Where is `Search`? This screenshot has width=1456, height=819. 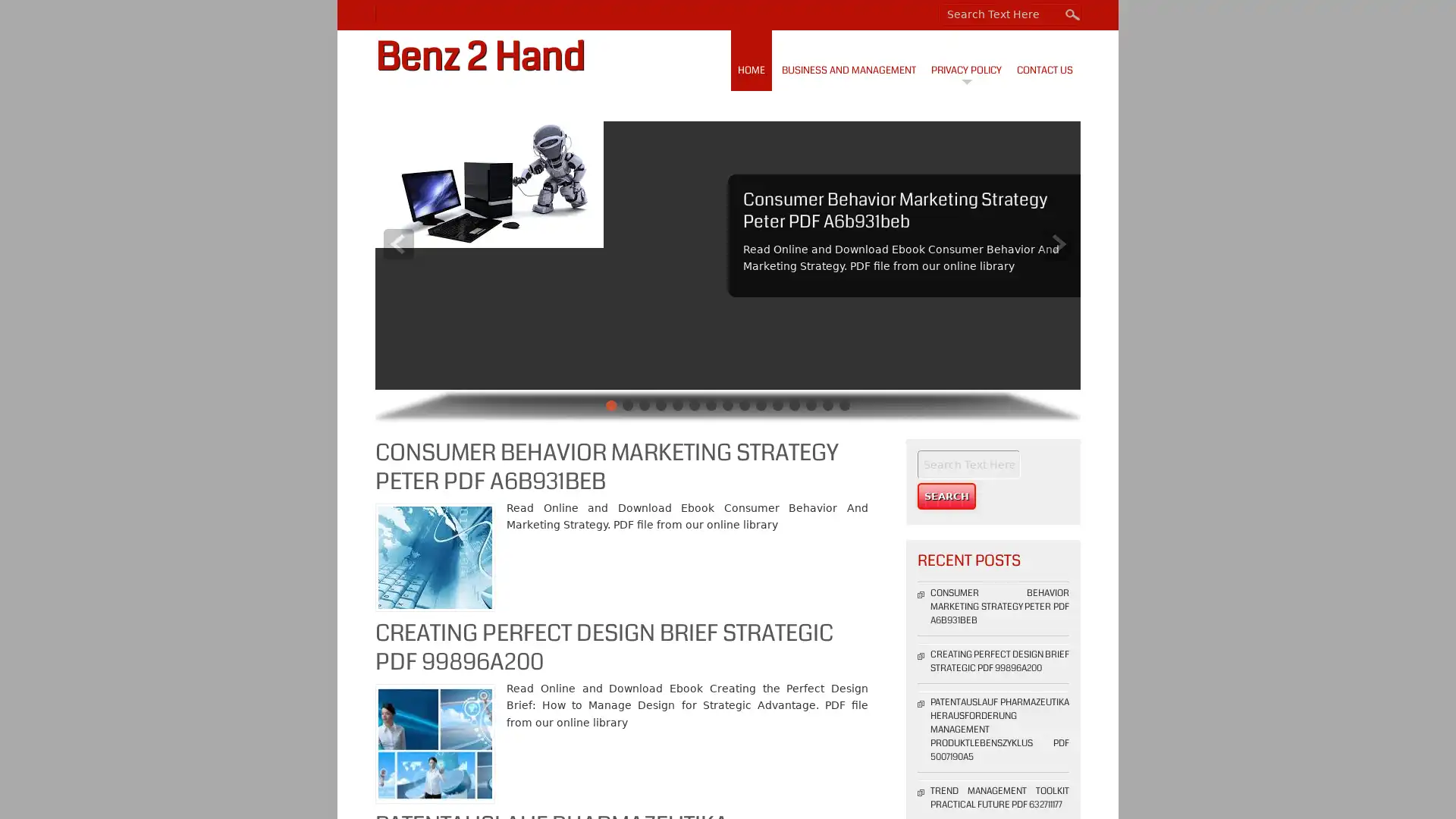
Search is located at coordinates (946, 496).